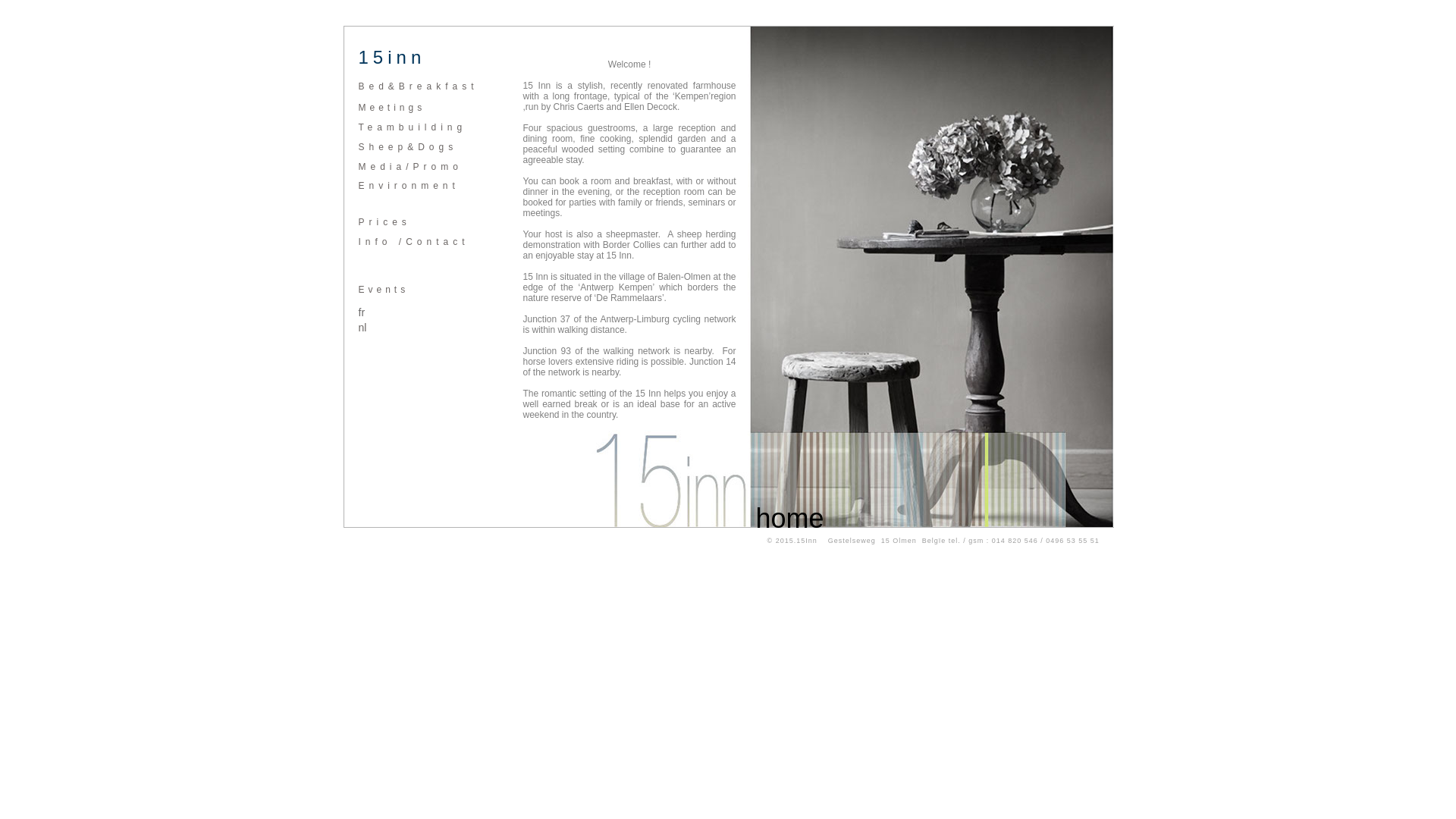 This screenshot has width=1456, height=819. What do you see at coordinates (384, 222) in the screenshot?
I see `'Prices'` at bounding box center [384, 222].